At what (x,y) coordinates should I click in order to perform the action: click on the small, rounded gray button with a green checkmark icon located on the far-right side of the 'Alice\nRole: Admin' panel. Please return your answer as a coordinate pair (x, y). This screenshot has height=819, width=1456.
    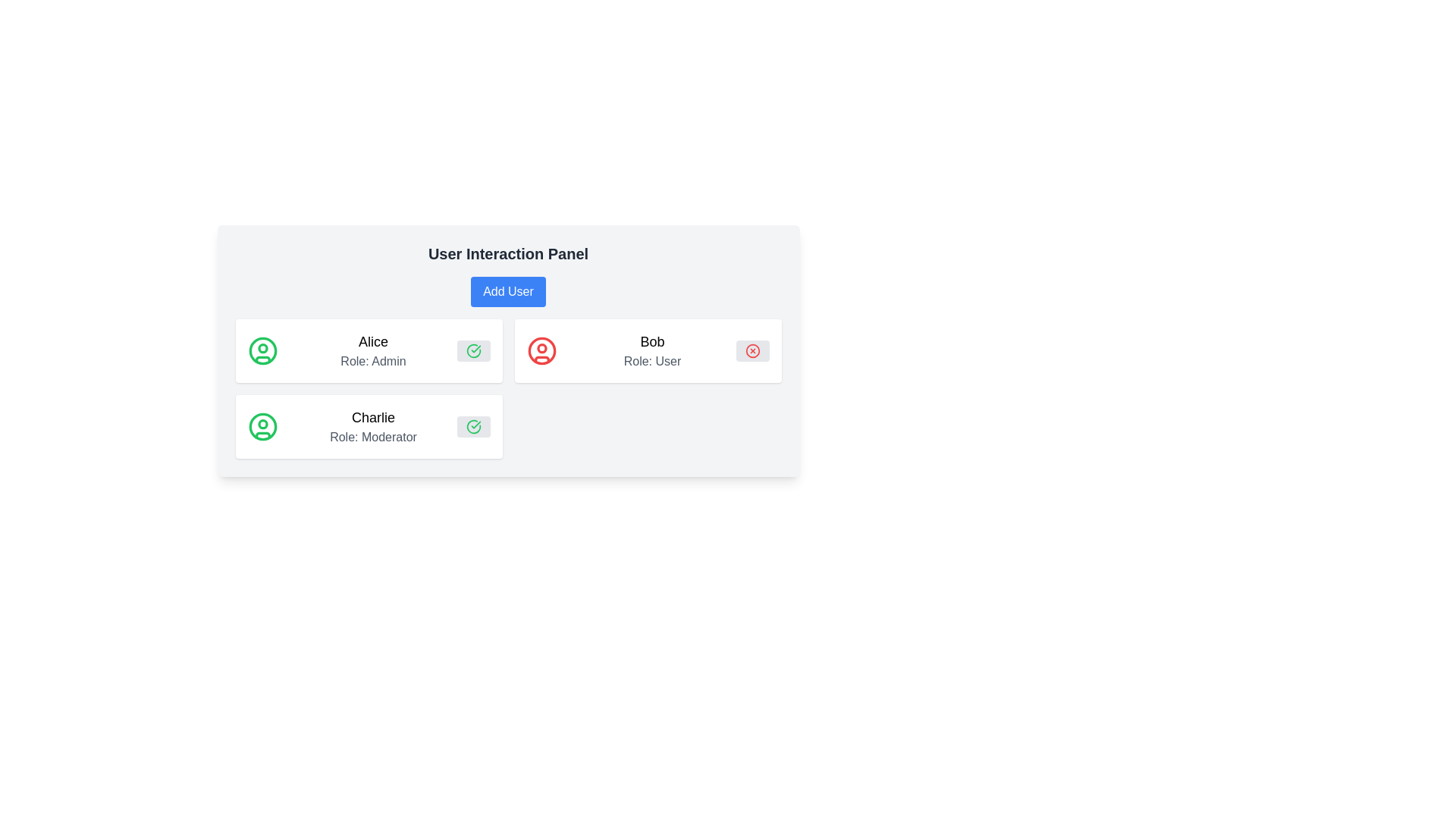
    Looking at the image, I should click on (472, 350).